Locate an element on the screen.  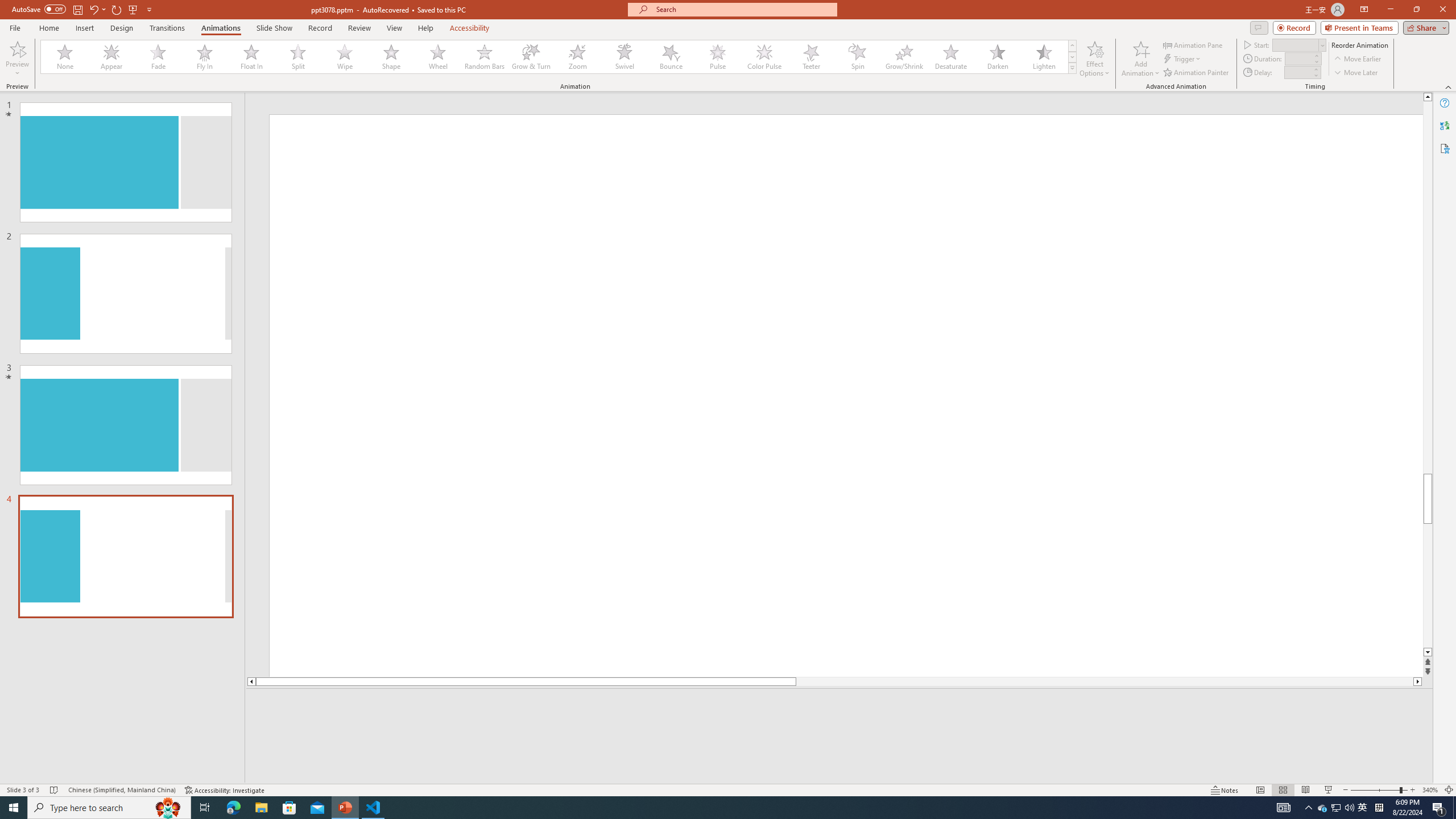
'Grow & Turn' is located at coordinates (531, 56).